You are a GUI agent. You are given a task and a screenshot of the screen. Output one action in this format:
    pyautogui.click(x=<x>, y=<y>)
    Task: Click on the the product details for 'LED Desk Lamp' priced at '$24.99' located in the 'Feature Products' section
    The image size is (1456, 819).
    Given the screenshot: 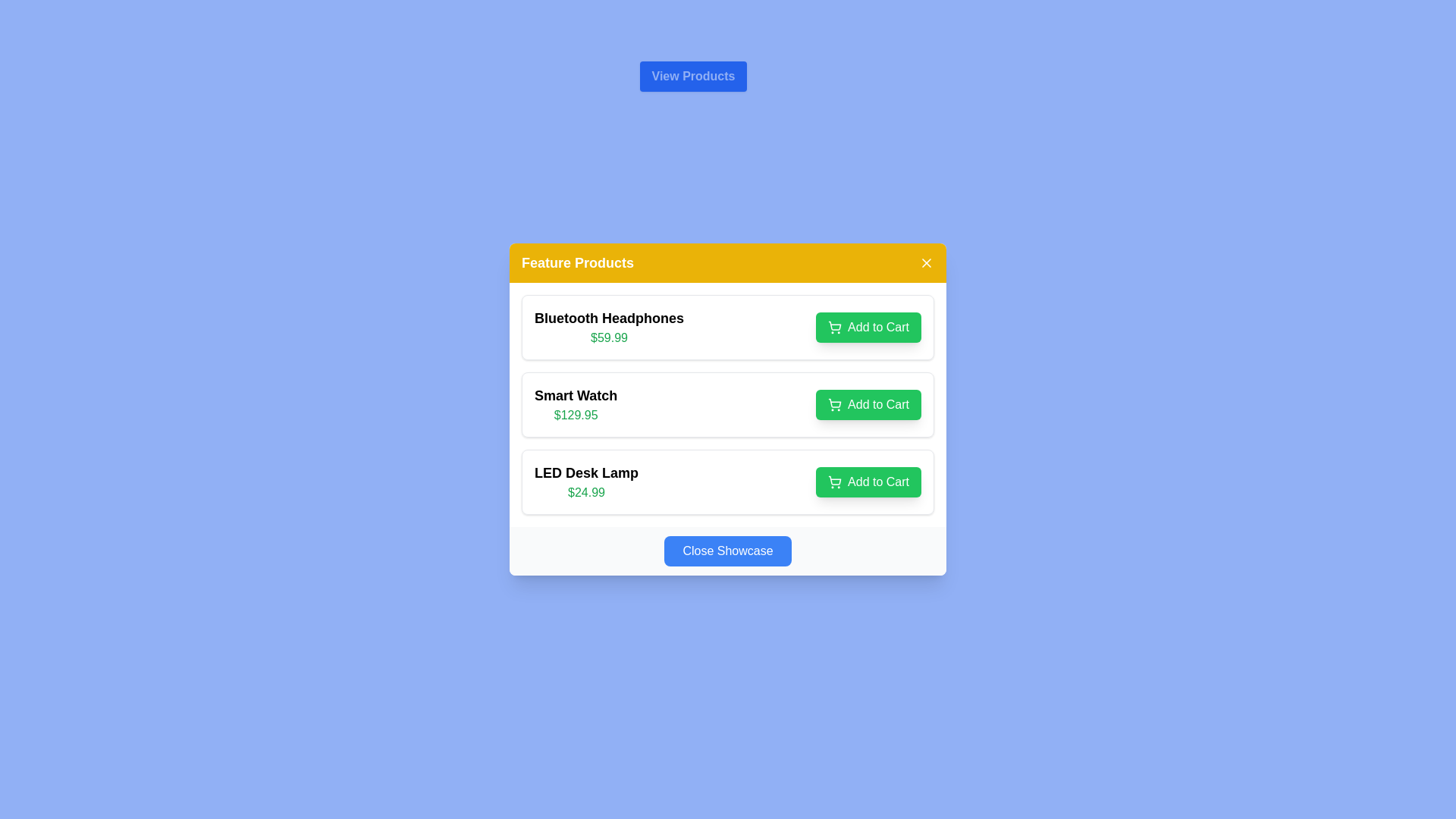 What is the action you would take?
    pyautogui.click(x=585, y=482)
    